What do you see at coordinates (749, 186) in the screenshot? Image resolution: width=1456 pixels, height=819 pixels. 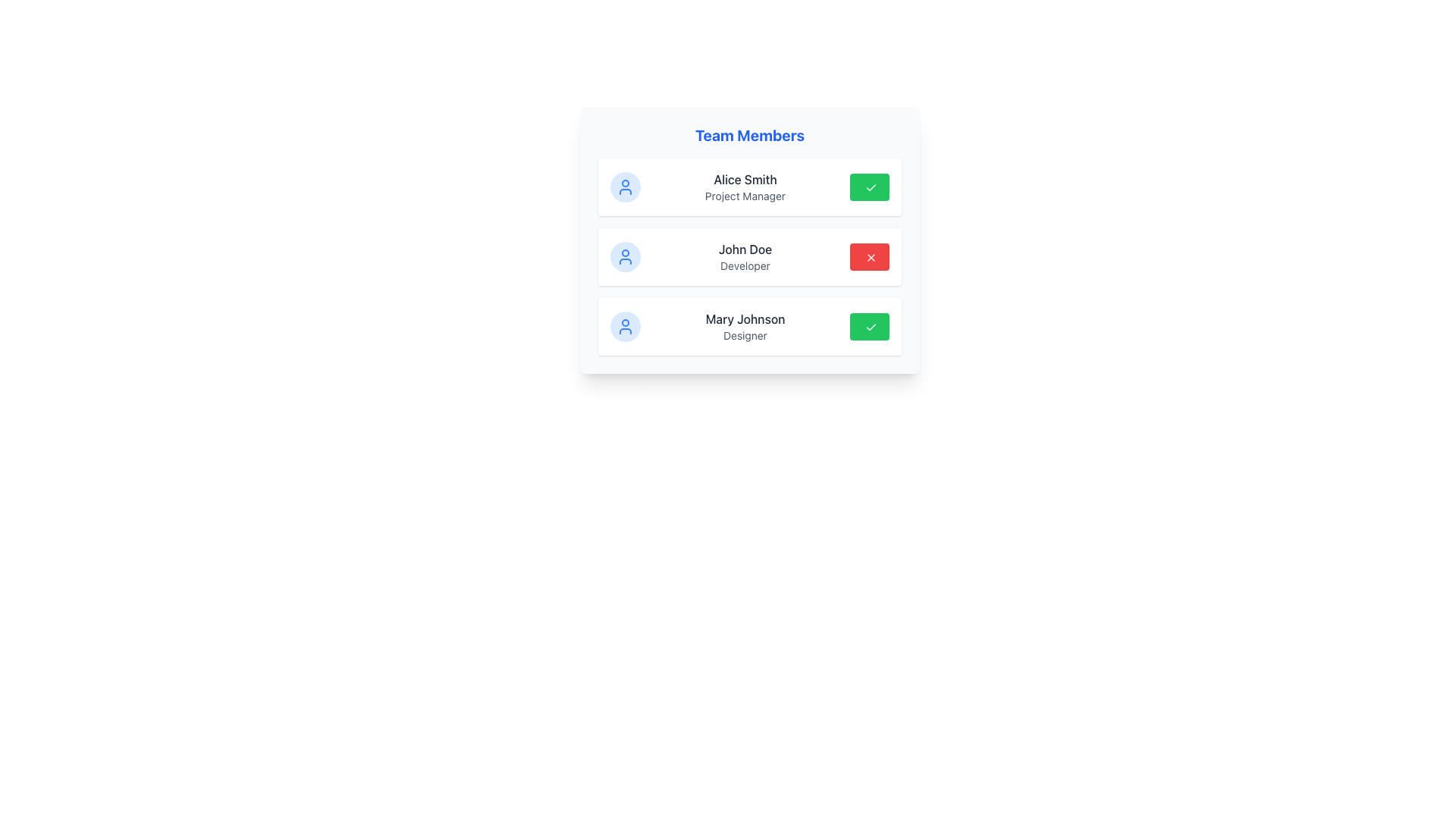 I see `the List Item Card displaying 'Alice Smith', a 'Project Manager', which is the first card in the 'Team Members' section` at bounding box center [749, 186].